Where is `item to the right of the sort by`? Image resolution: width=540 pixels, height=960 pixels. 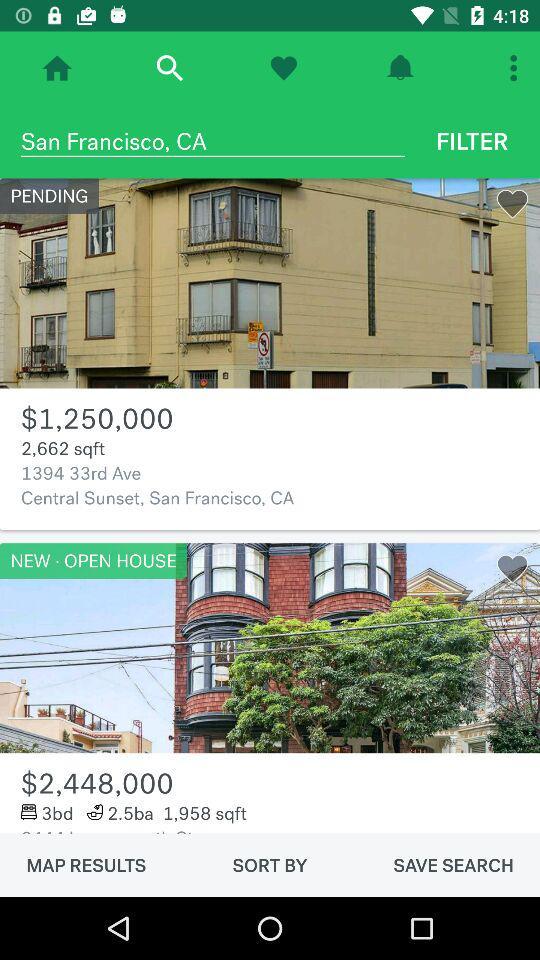
item to the right of the sort by is located at coordinates (453, 864).